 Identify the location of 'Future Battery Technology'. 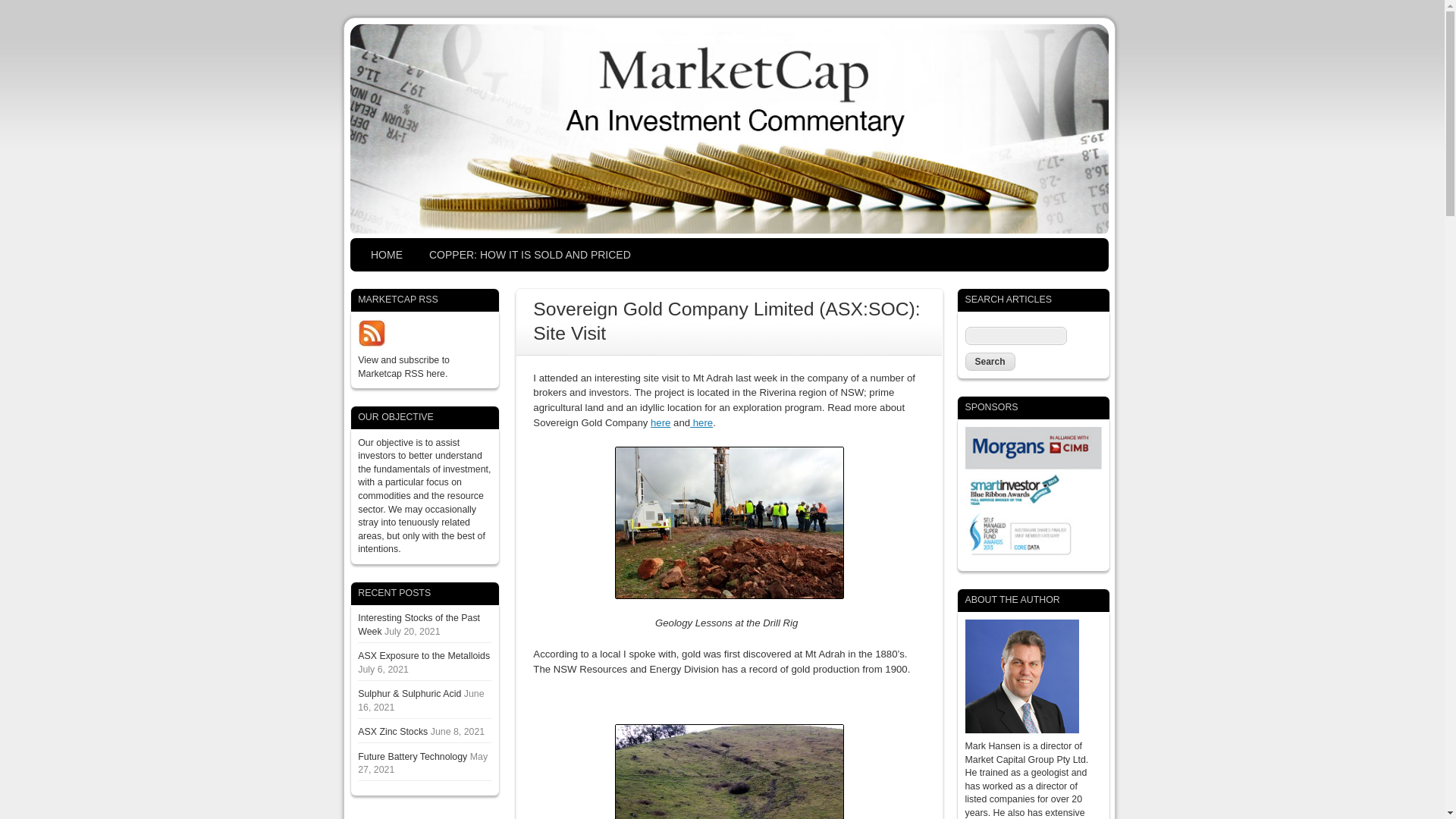
(412, 757).